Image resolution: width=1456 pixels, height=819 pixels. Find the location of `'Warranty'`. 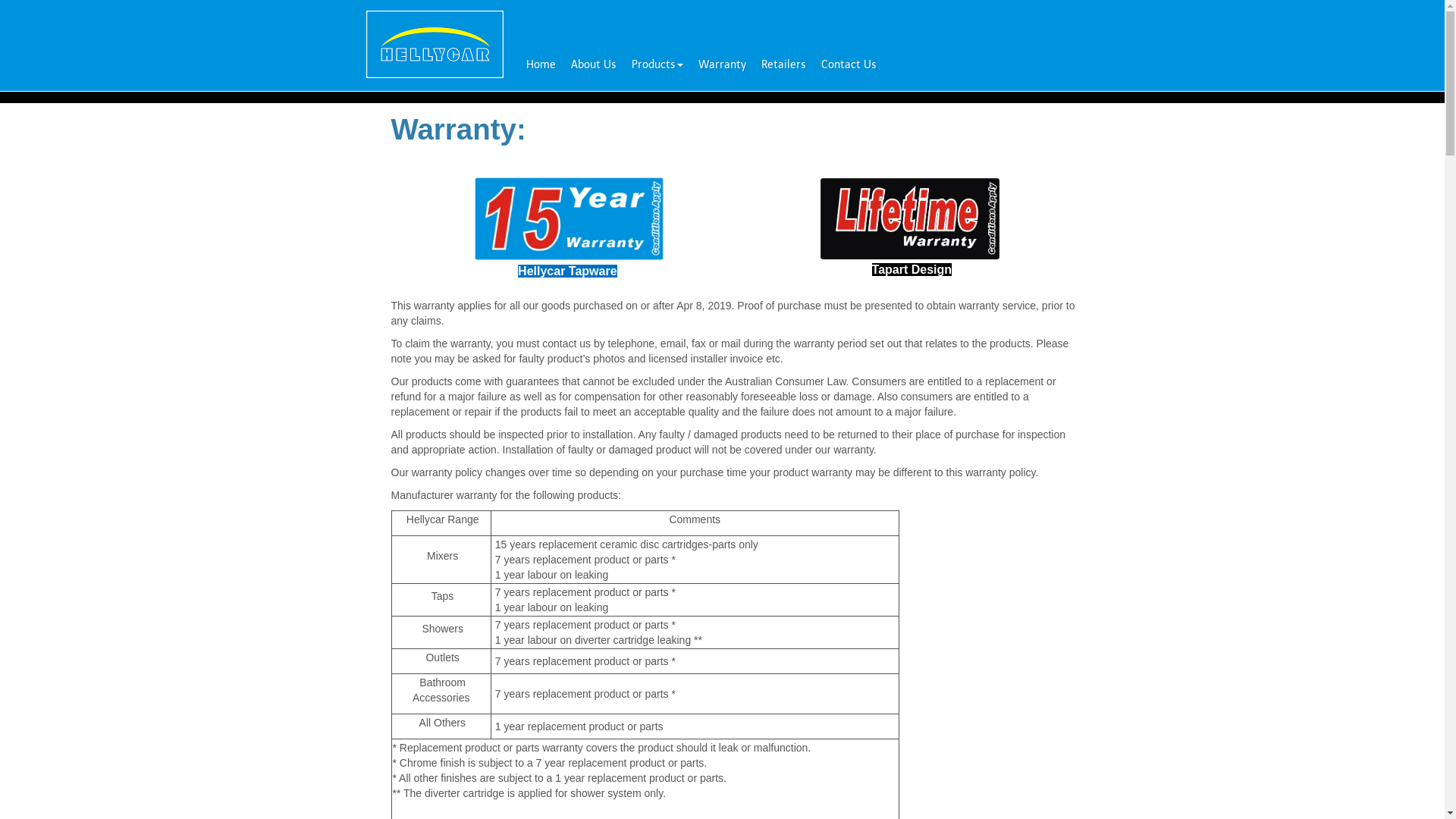

'Warranty' is located at coordinates (720, 63).